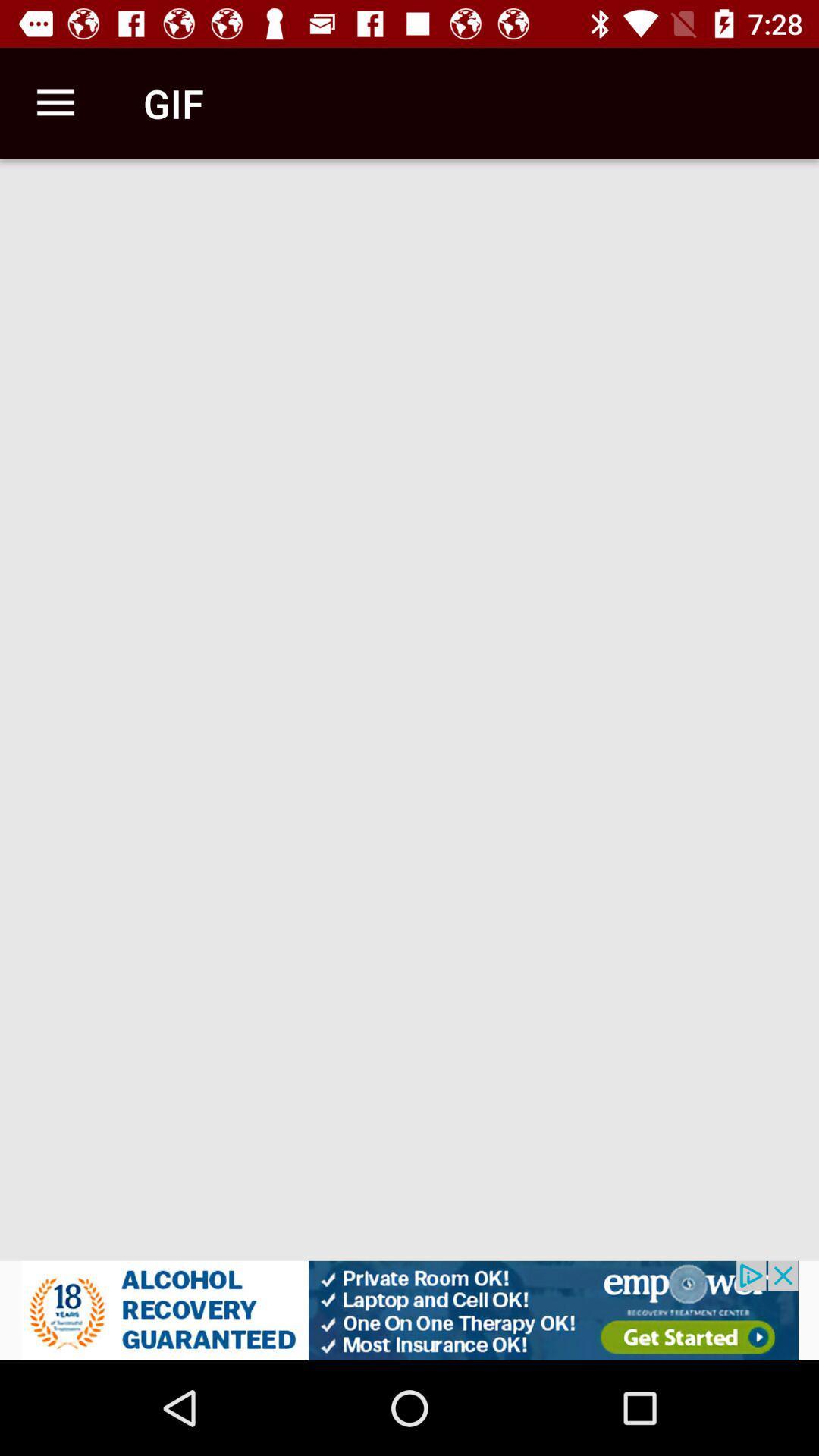  What do you see at coordinates (409, 1310) in the screenshot?
I see `advertisement` at bounding box center [409, 1310].